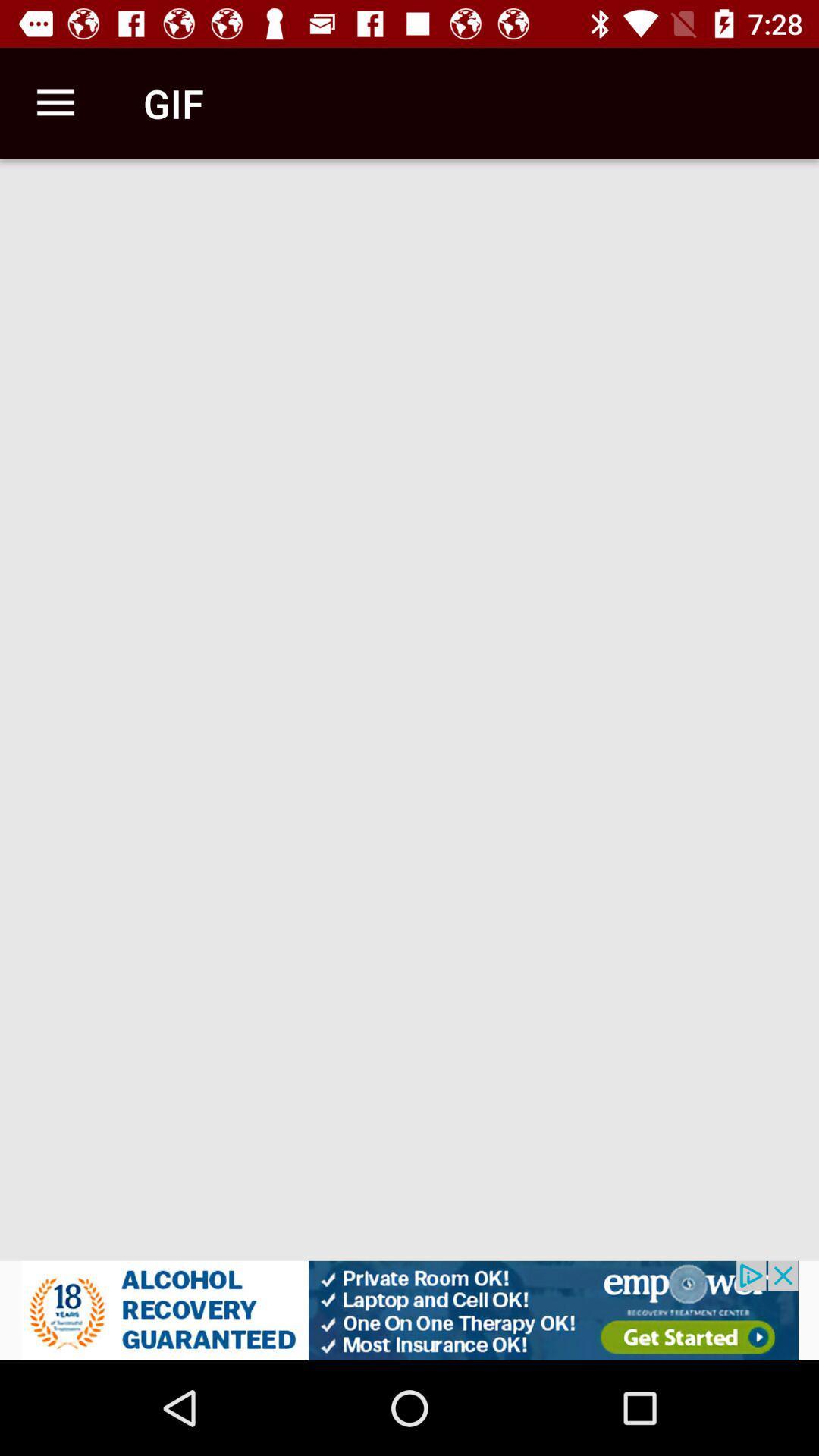  What do you see at coordinates (409, 1310) in the screenshot?
I see `advertisement` at bounding box center [409, 1310].